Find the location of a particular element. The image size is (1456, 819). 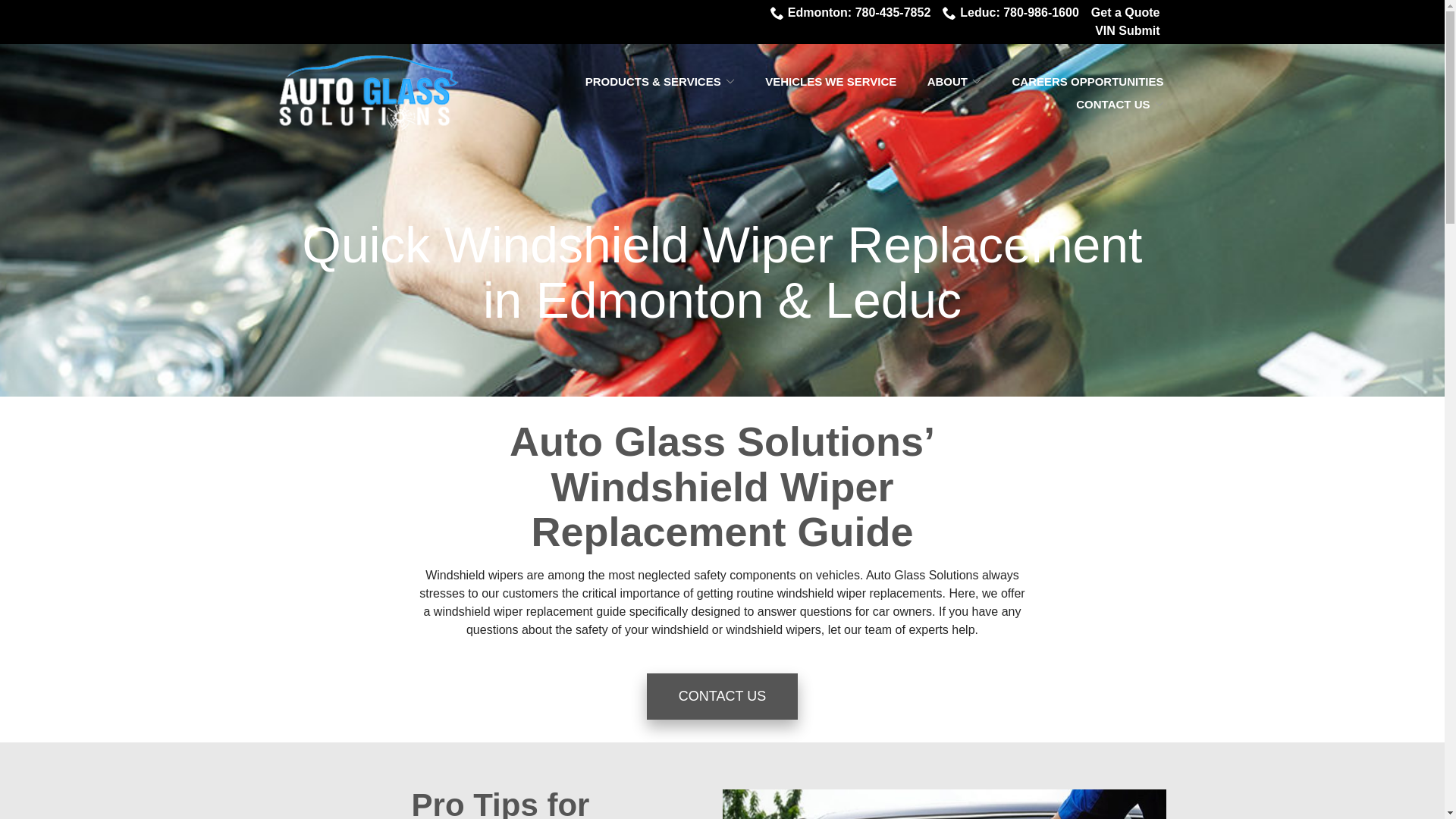

'ABOUT' is located at coordinates (953, 81).